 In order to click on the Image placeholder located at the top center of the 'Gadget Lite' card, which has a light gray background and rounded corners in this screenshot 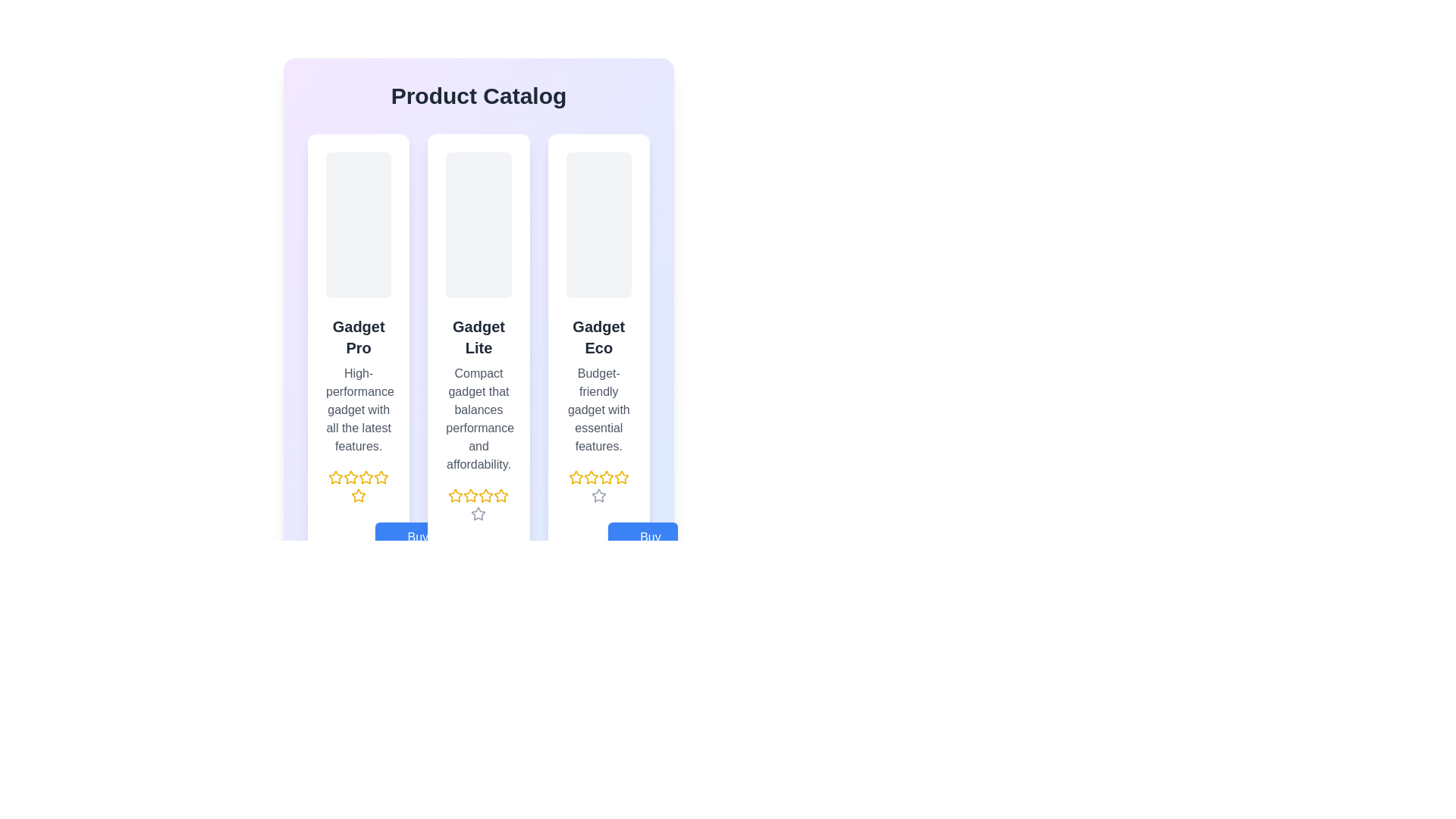, I will do `click(478, 225)`.